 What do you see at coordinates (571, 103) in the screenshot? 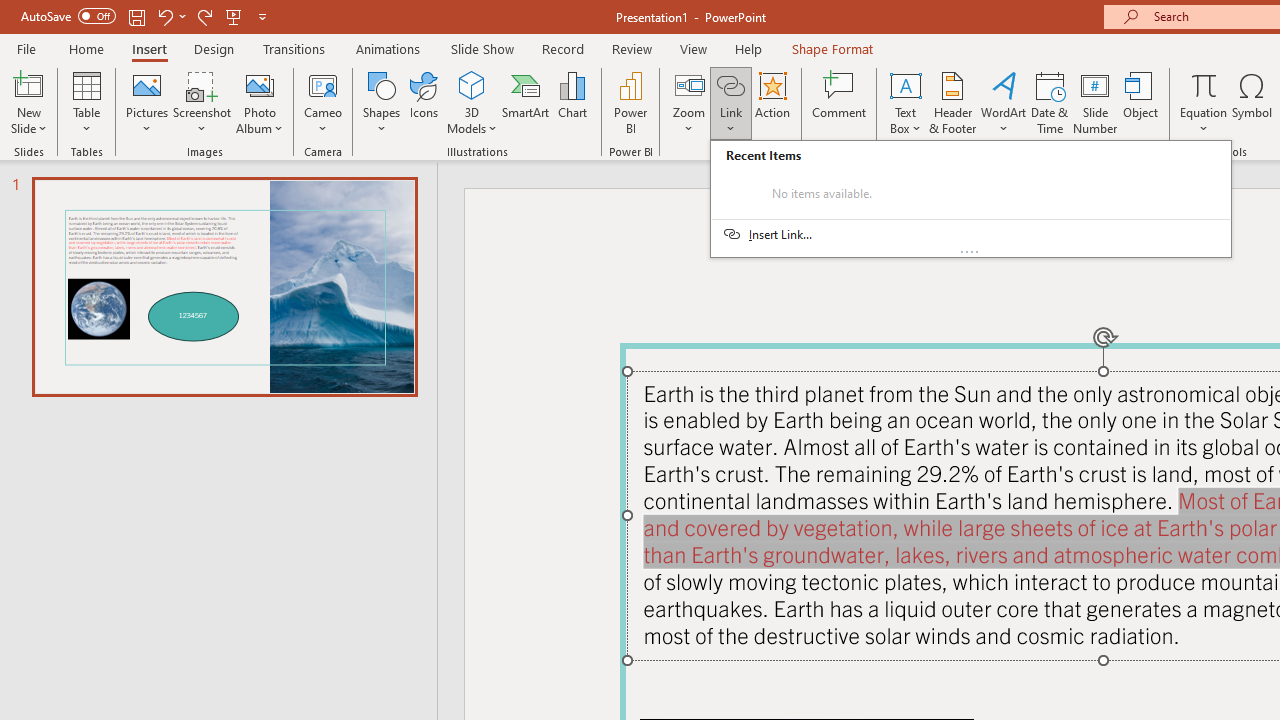
I see `'Chart...'` at bounding box center [571, 103].